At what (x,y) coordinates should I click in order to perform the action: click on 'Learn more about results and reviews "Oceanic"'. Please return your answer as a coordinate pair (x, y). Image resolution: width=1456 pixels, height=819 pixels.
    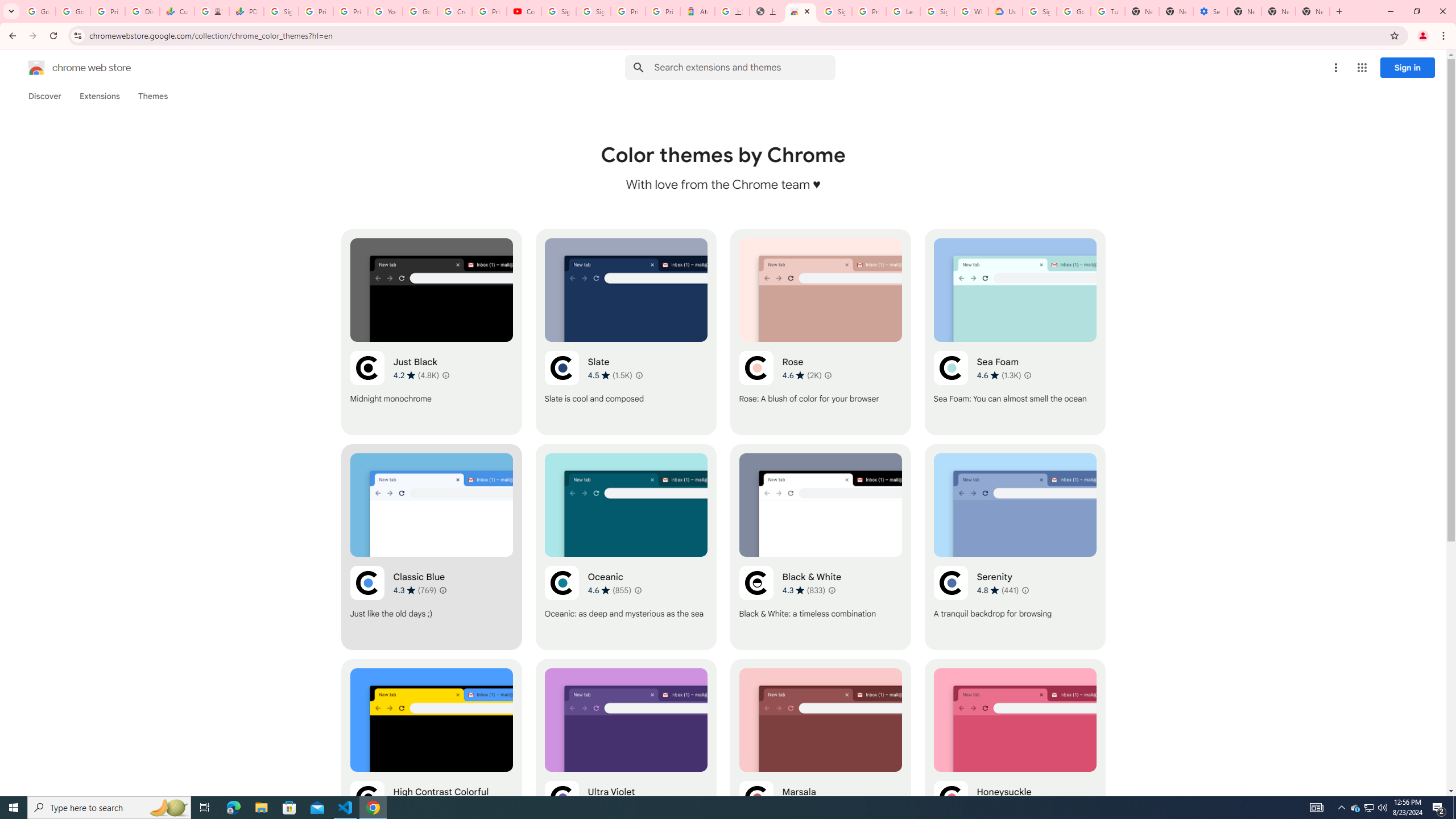
    Looking at the image, I should click on (638, 590).